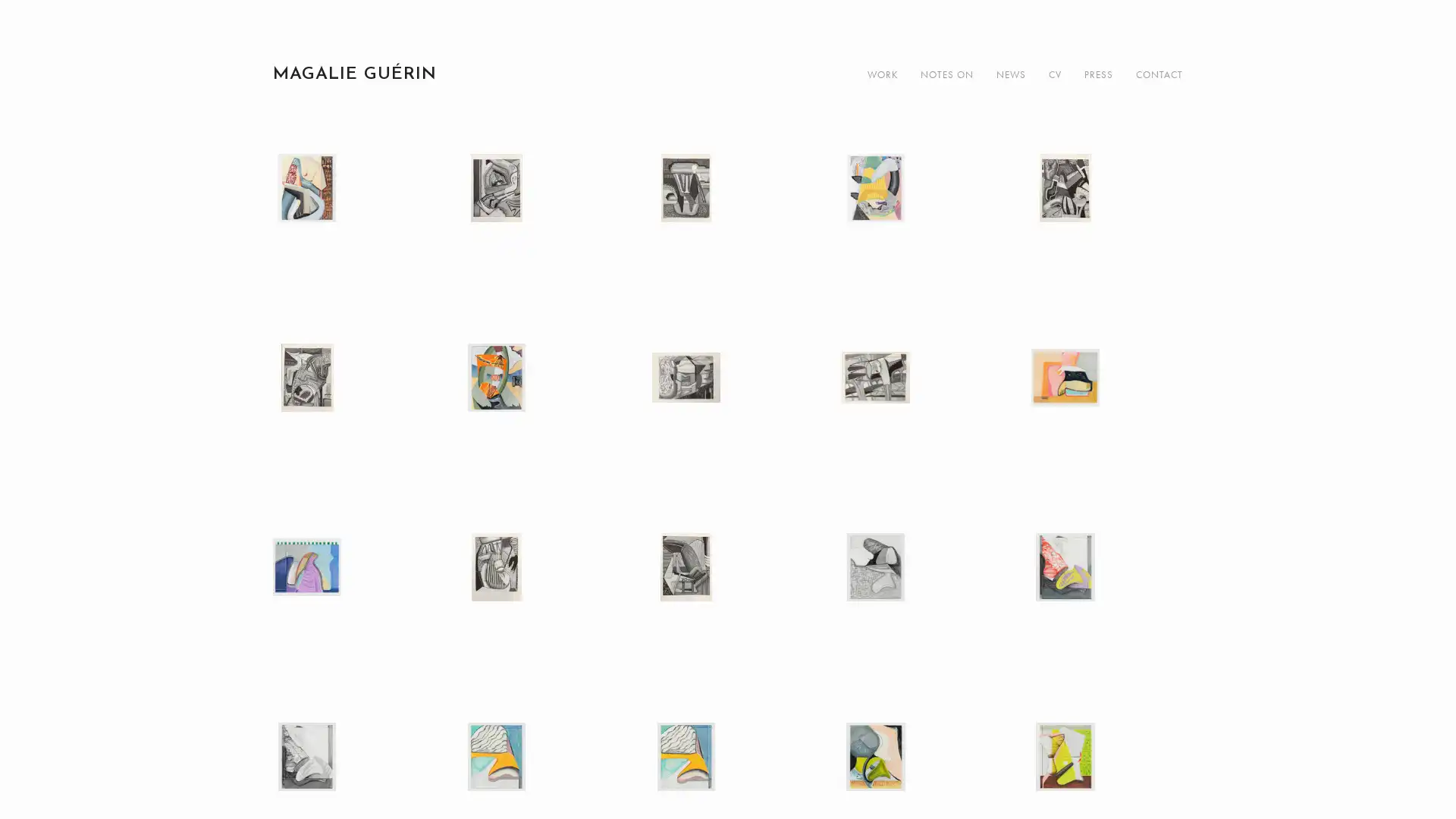 This screenshot has height=819, width=1456. Describe the element at coordinates (916, 419) in the screenshot. I see `View fullsize Small Copy Drawing 107, 2019` at that location.